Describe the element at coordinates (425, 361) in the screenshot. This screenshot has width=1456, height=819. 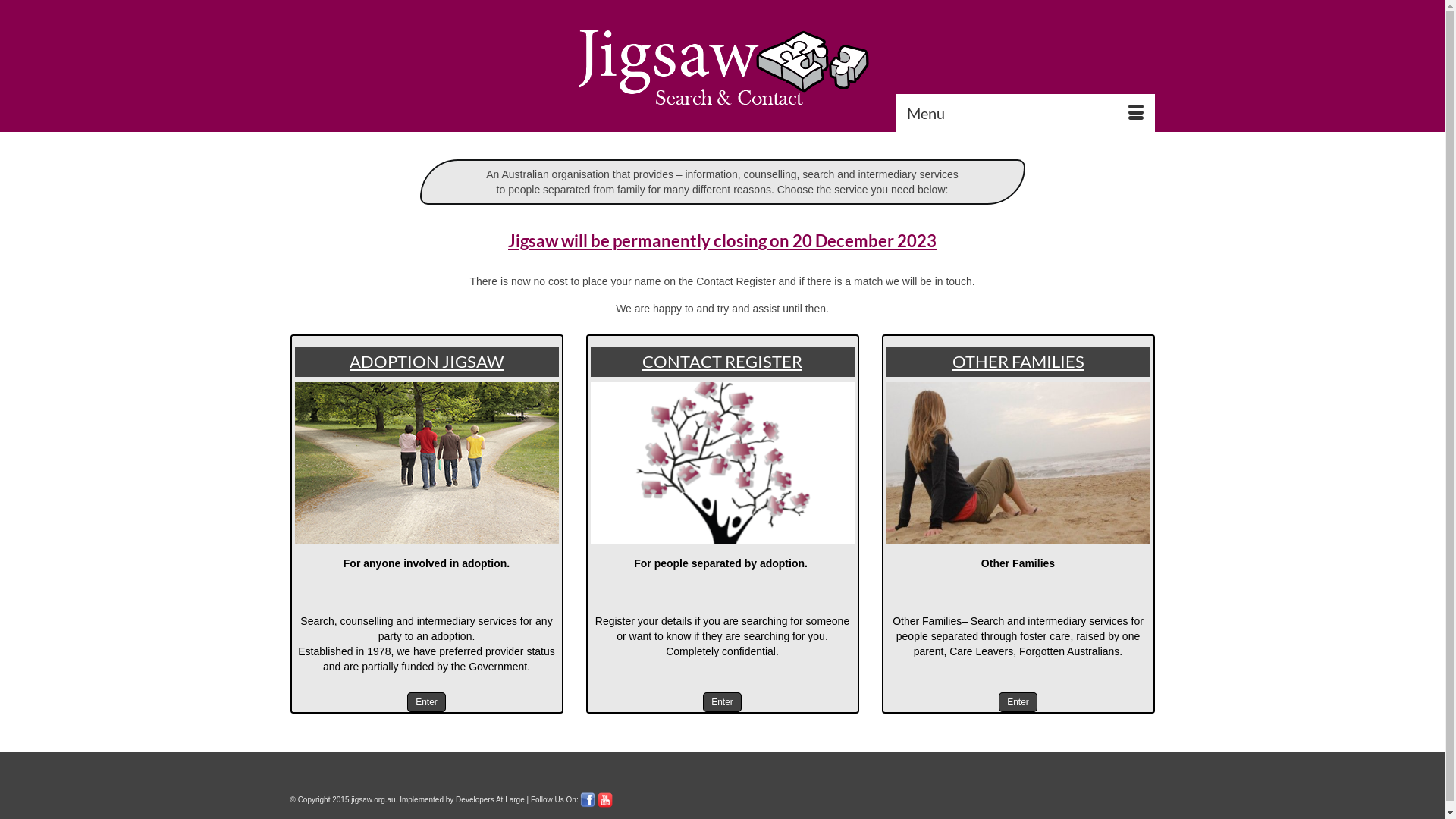
I see `'ADOPTION JIGSAW'` at that location.